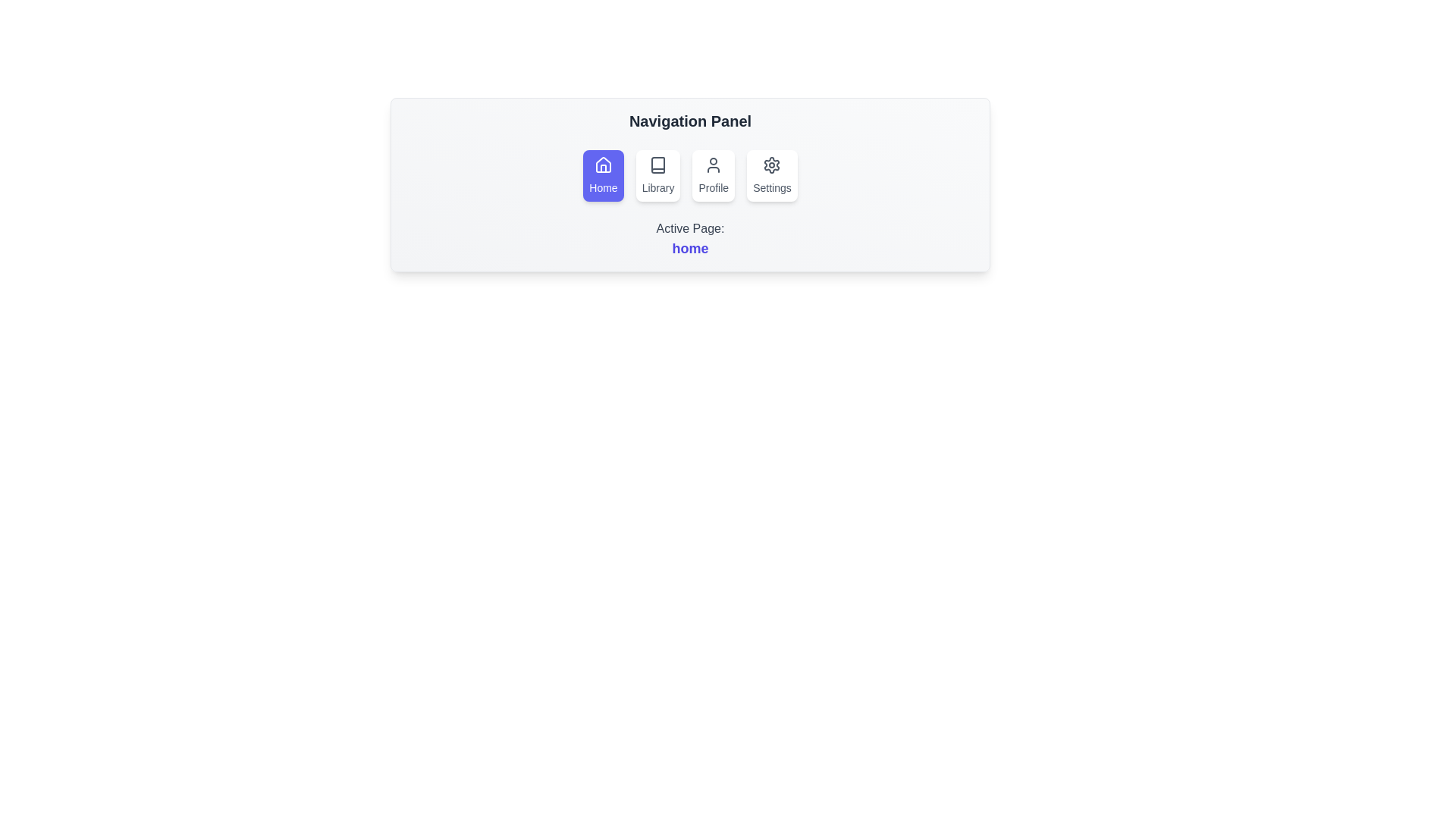 The height and width of the screenshot is (819, 1456). Describe the element at coordinates (658, 165) in the screenshot. I see `the 'Library' icon button located between the 'Home' and 'Profile' icons in the navigation panel` at that location.